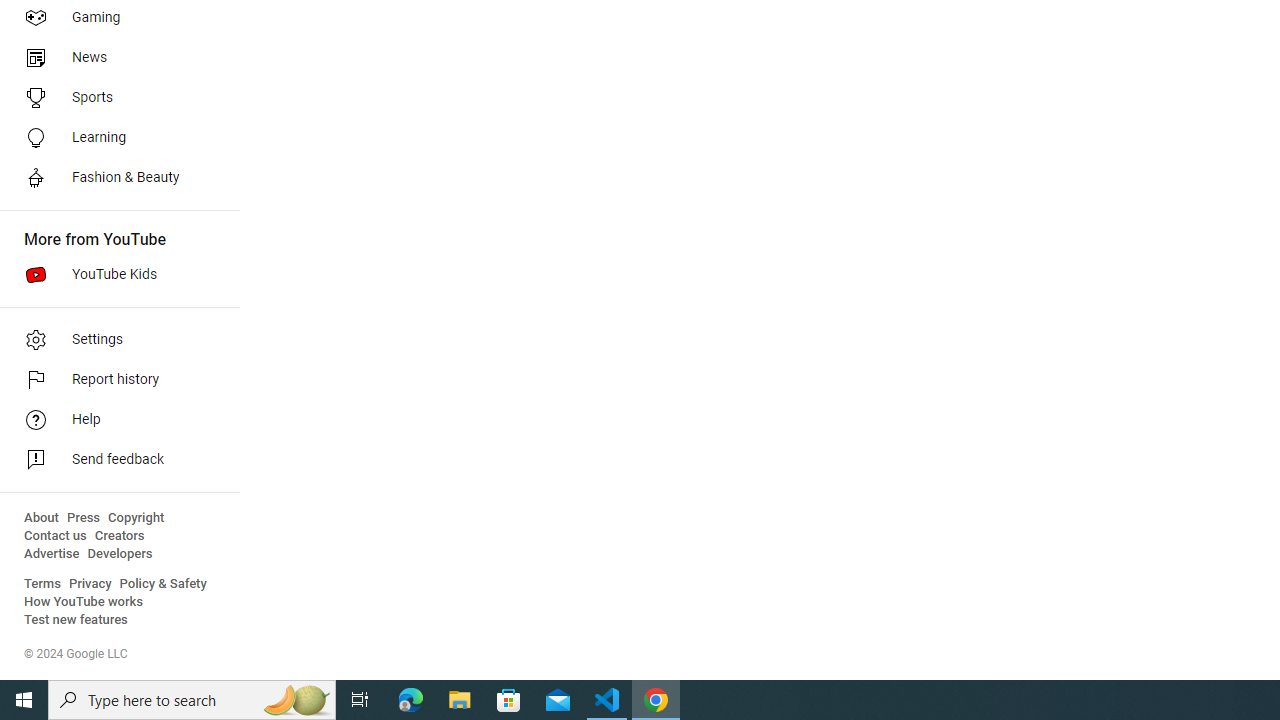 This screenshot has width=1280, height=720. Describe the element at coordinates (55, 535) in the screenshot. I see `'Contact us'` at that location.